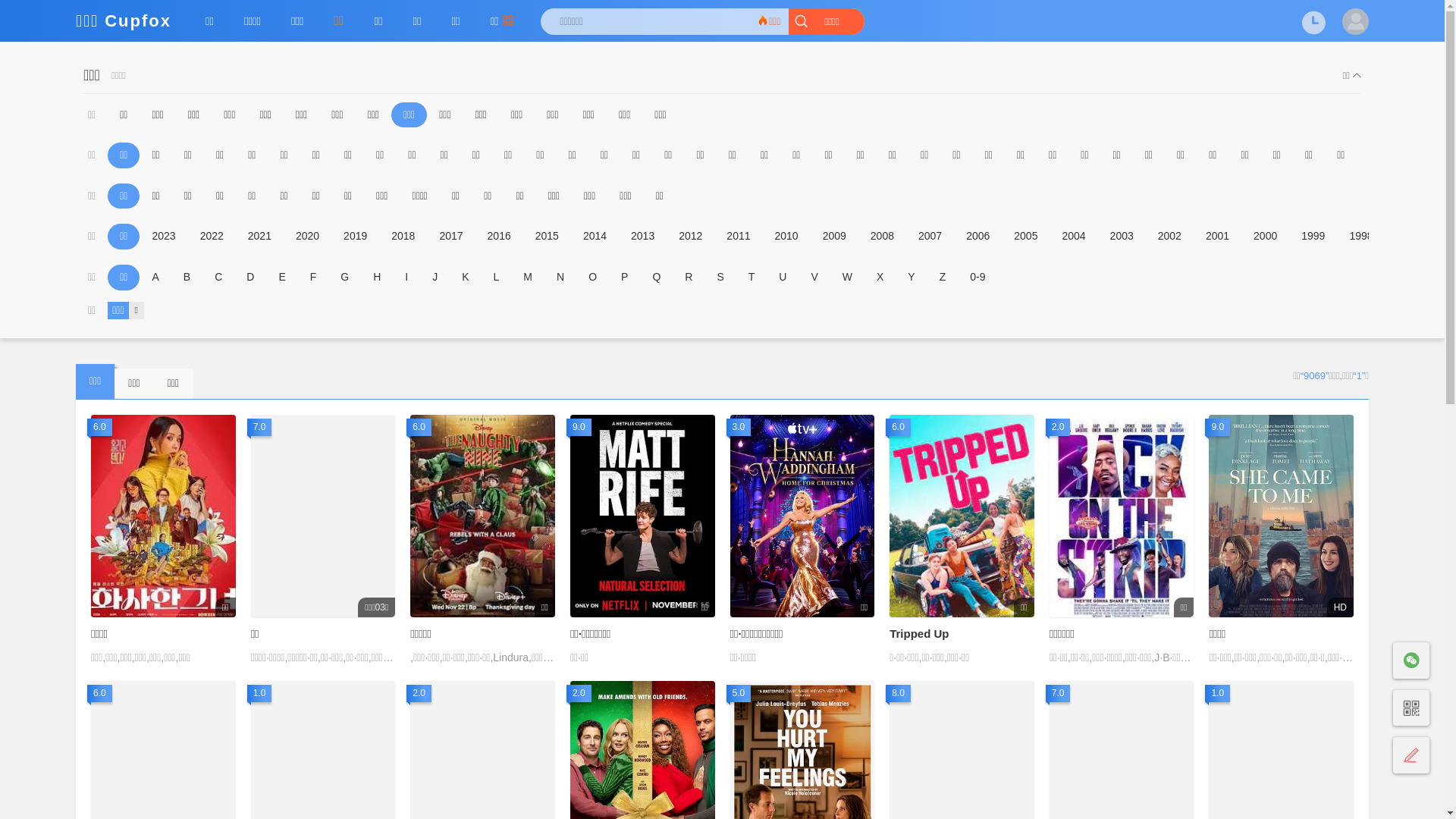 The width and height of the screenshot is (1456, 819). I want to click on '2016', so click(499, 237).